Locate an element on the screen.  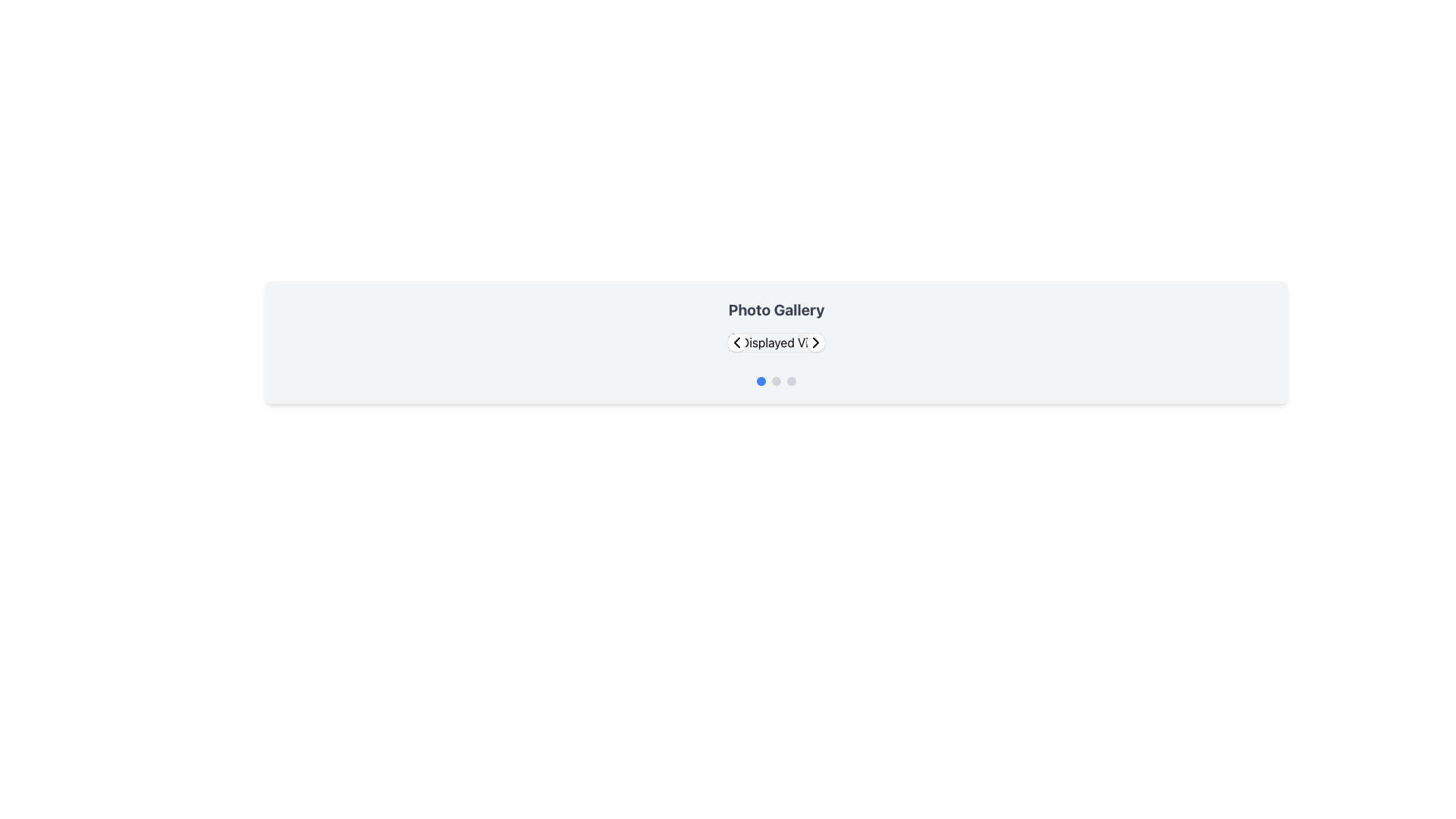
the 'Previous Image' button is located at coordinates (736, 342).